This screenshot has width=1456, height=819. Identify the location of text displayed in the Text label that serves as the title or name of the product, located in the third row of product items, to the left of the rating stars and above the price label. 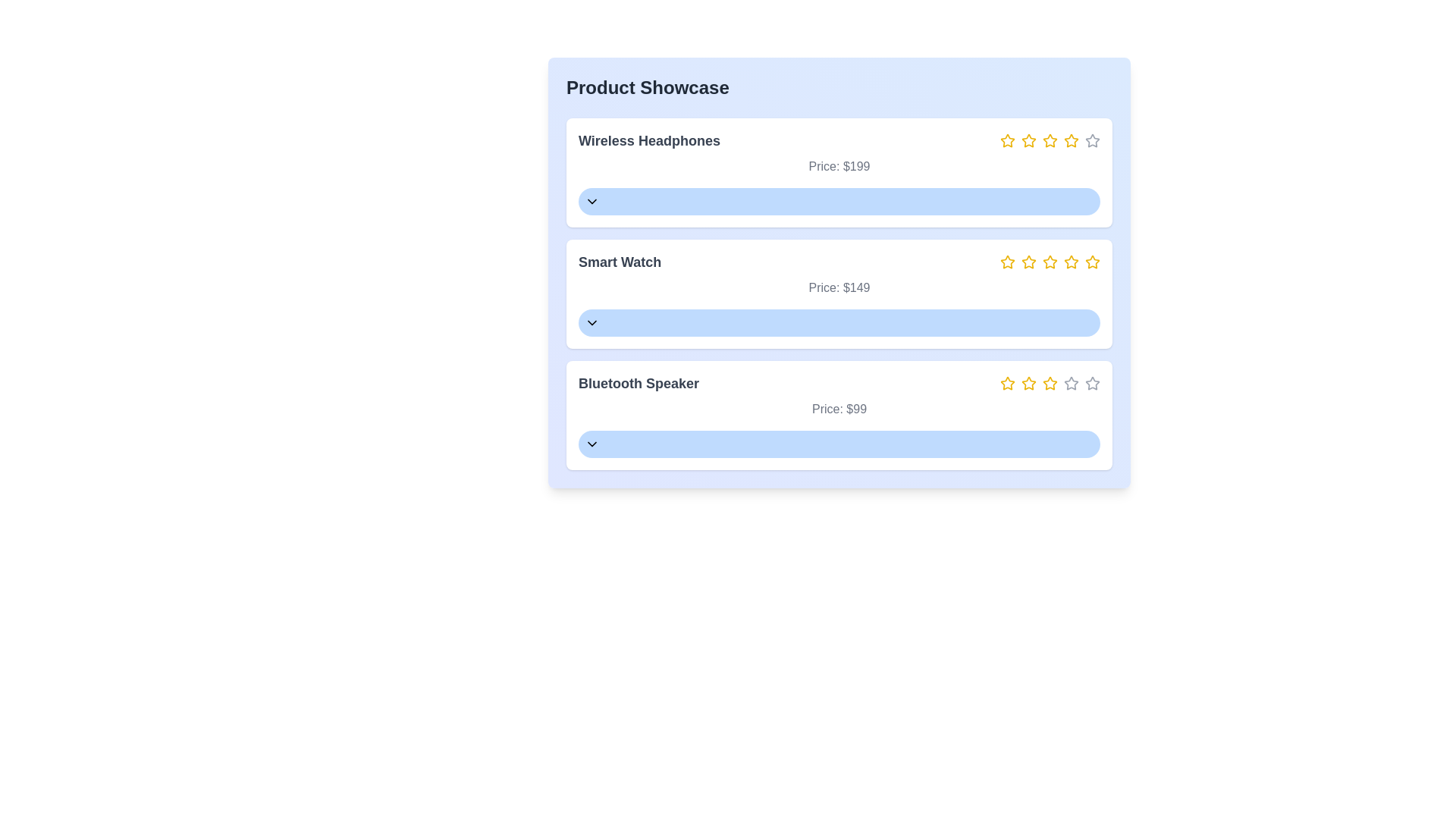
(639, 382).